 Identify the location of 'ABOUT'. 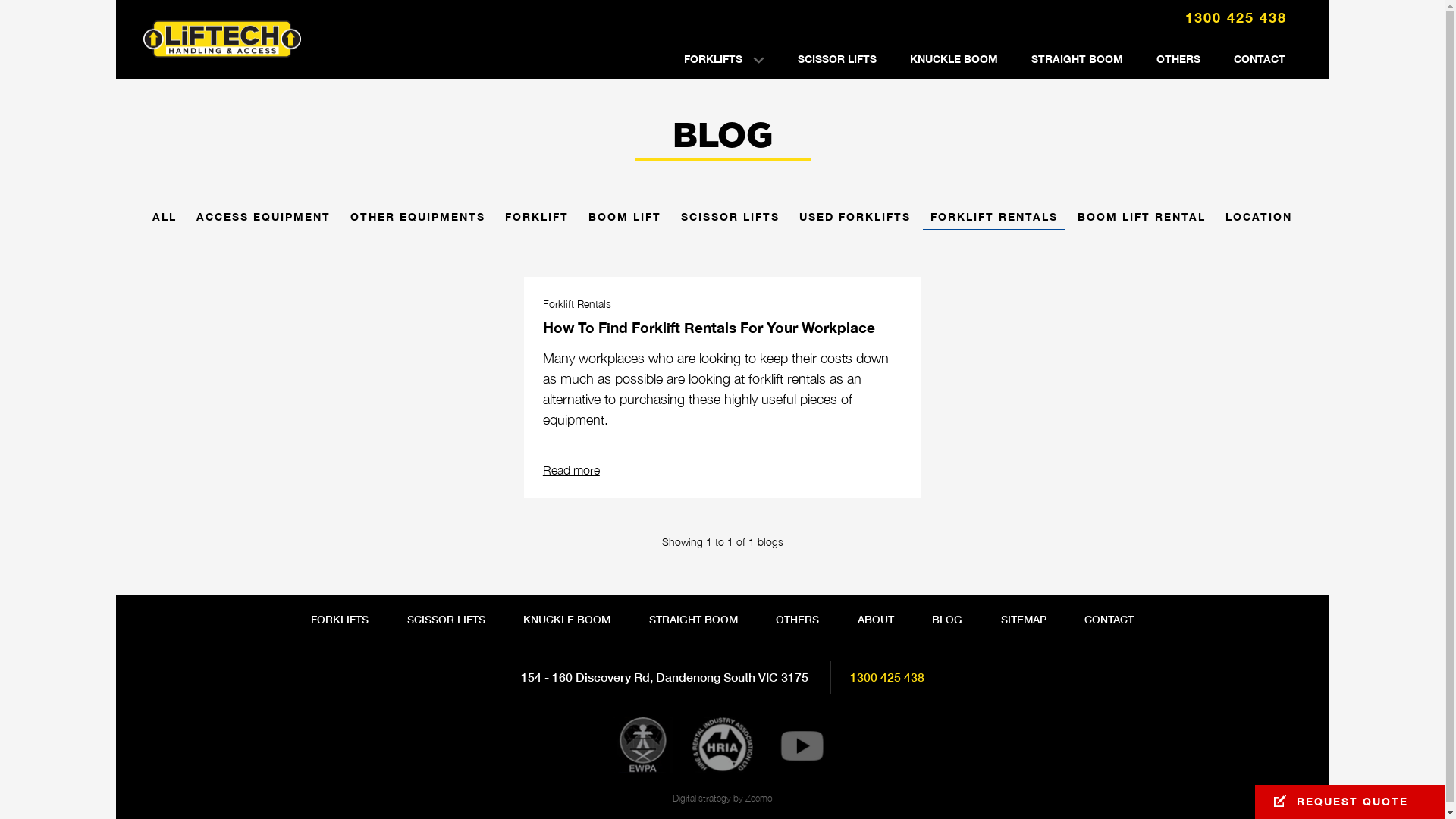
(874, 620).